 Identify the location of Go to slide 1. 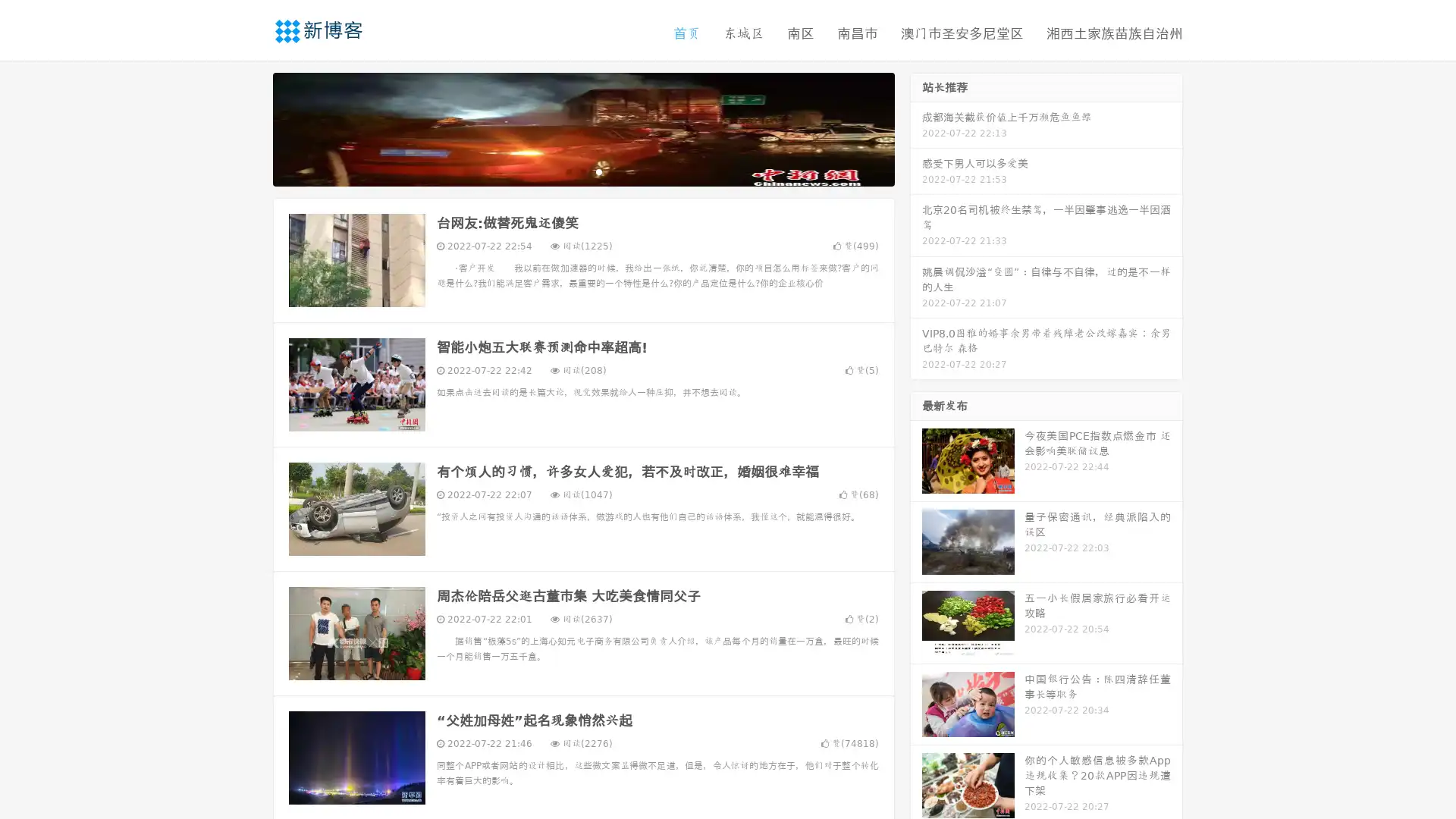
(567, 171).